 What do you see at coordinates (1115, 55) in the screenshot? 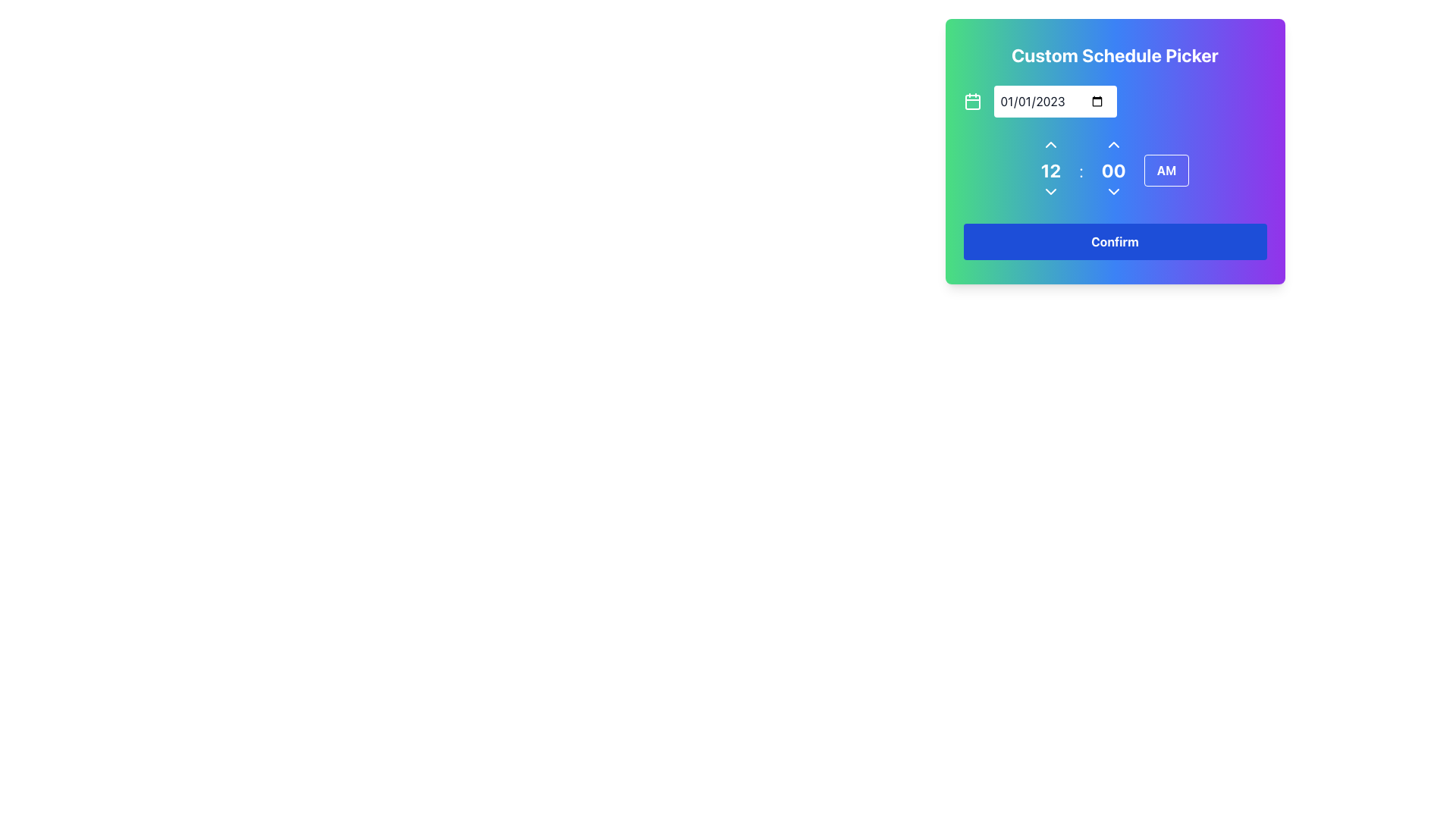
I see `the text header labeled 'Custom Schedule Picker' which is prominently displayed at the top center of the card interface` at bounding box center [1115, 55].